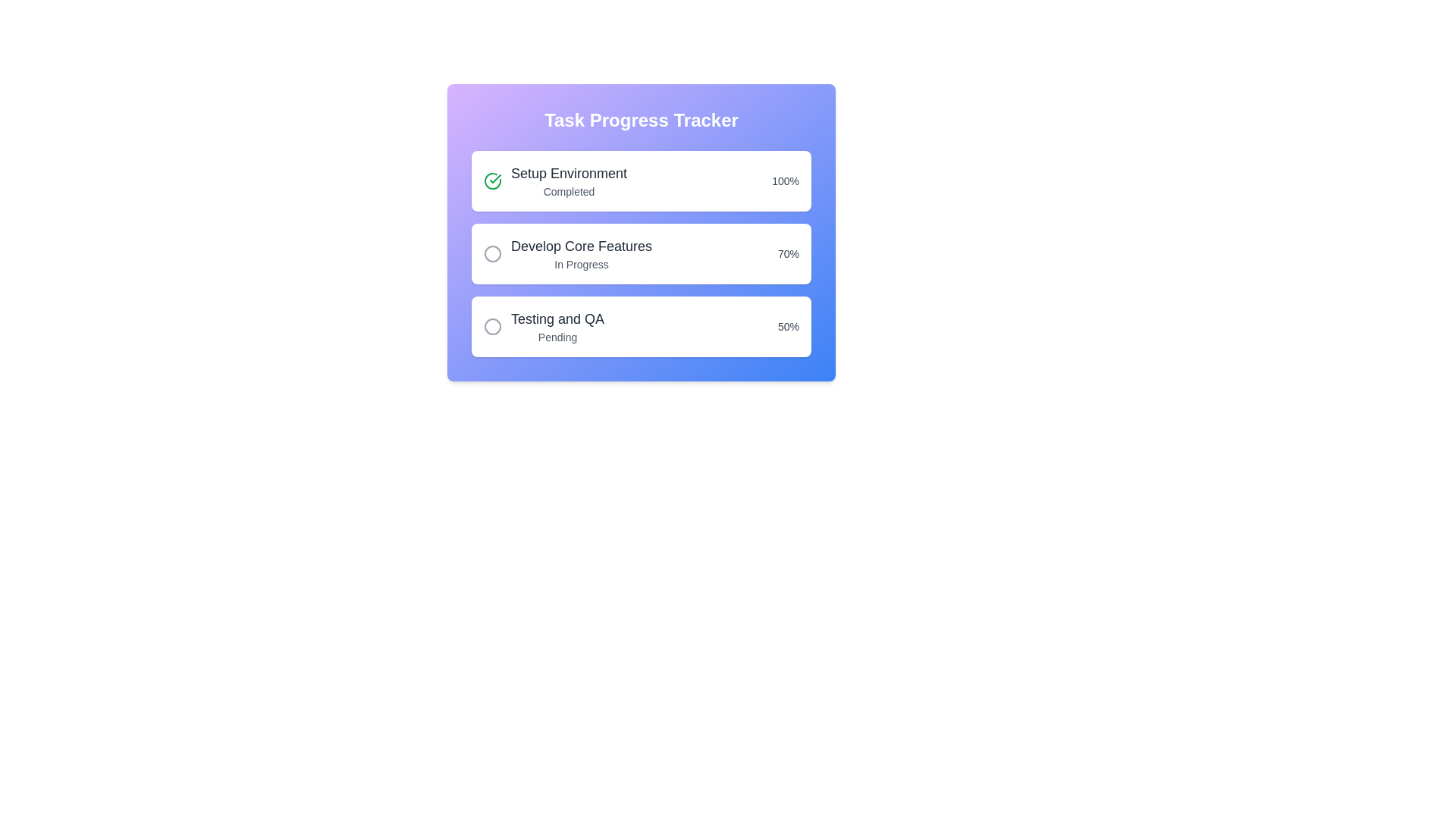  Describe the element at coordinates (492, 180) in the screenshot. I see `the circular Status Indicator icon with a check mark inside, which has a green border and white background` at that location.